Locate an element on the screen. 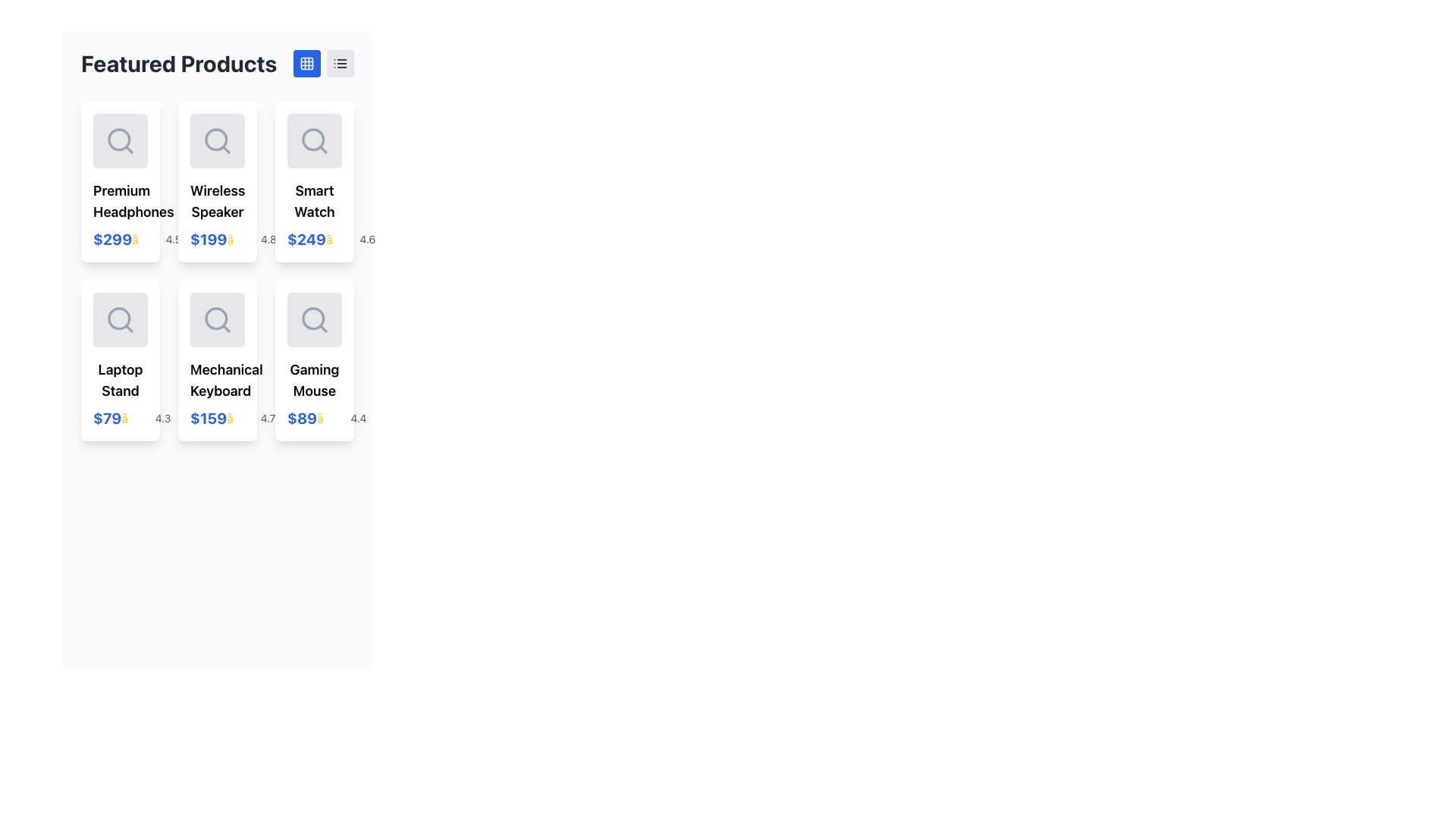 This screenshot has width=1456, height=819. text displayed in the bold, large font label that says 'Laptop Stand', located within the card layout above the price and rating section is located at coordinates (119, 379).